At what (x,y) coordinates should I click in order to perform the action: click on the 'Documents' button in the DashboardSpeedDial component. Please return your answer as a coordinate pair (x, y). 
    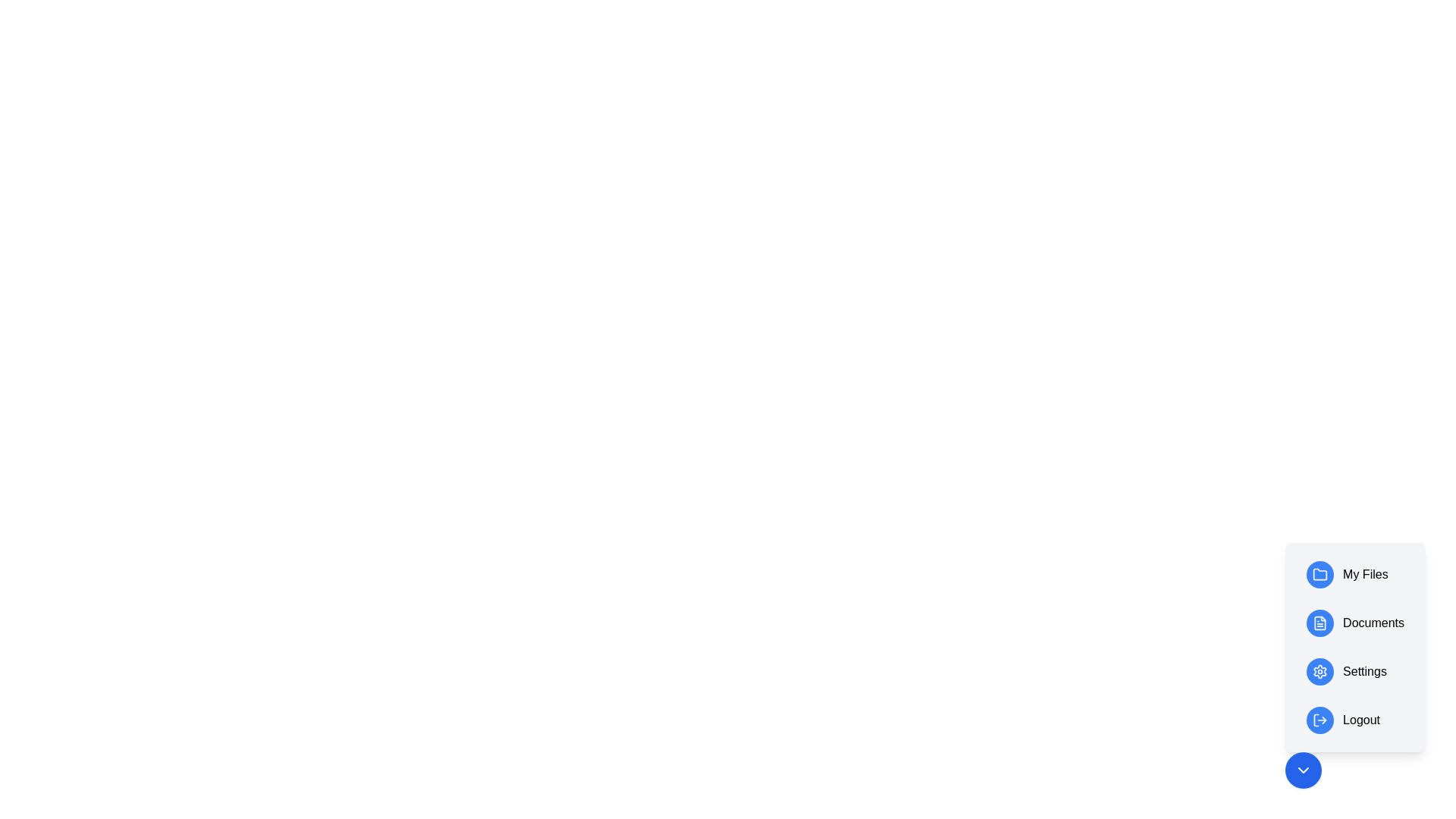
    Looking at the image, I should click on (1355, 623).